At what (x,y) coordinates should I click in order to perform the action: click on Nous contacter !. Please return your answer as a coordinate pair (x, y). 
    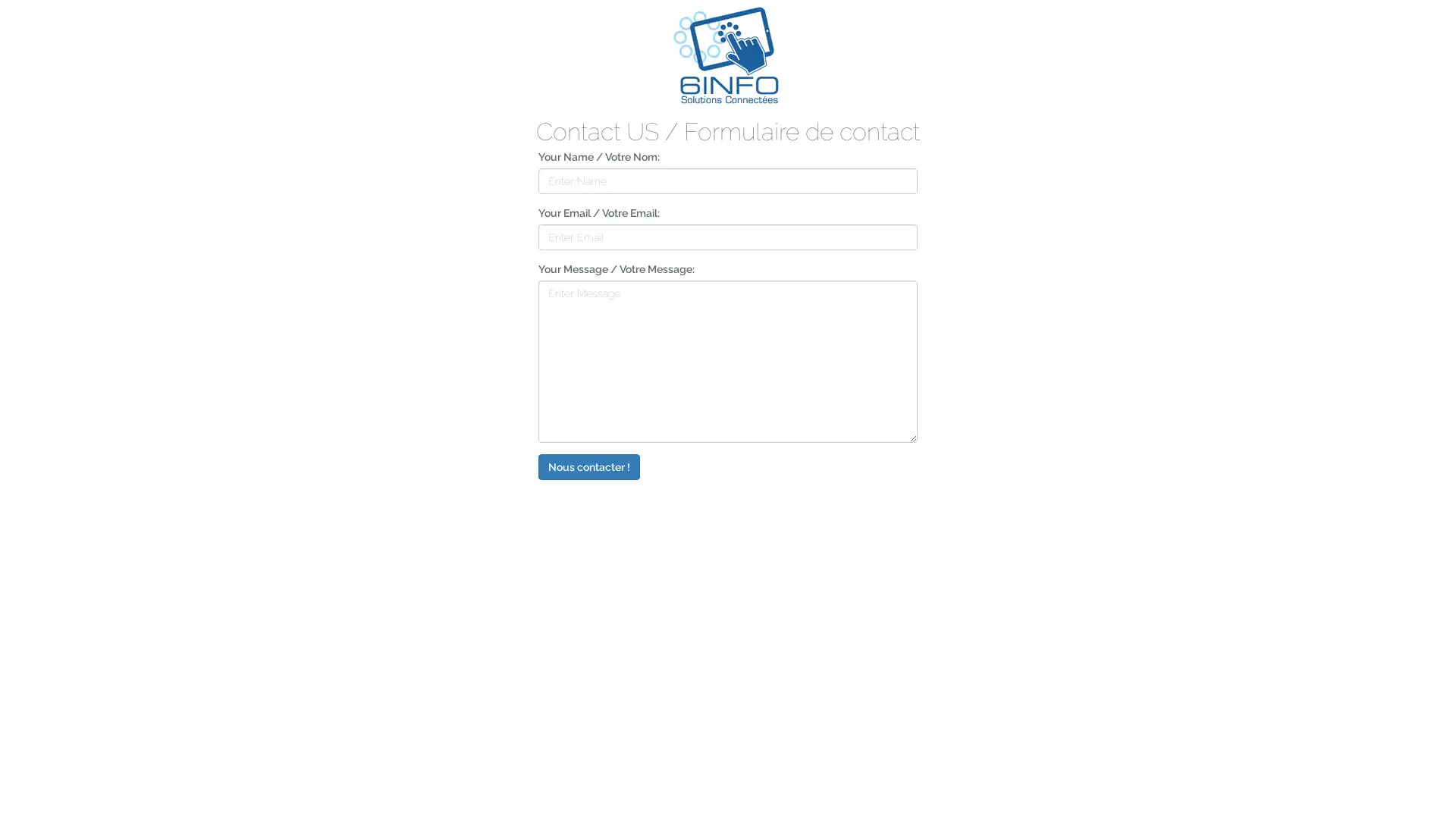
    Looking at the image, I should click on (588, 465).